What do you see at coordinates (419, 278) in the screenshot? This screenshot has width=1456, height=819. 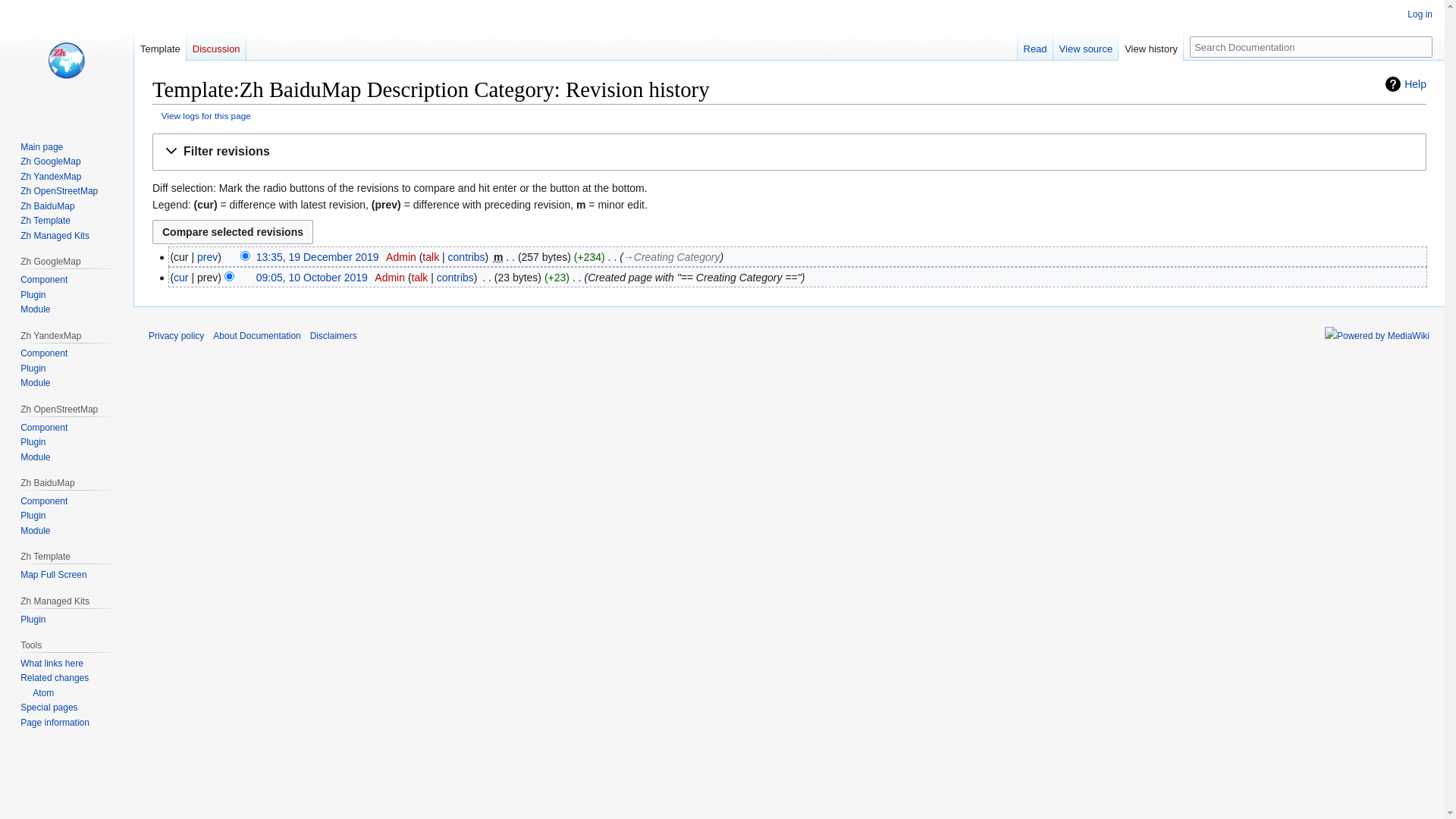 I see `'talk'` at bounding box center [419, 278].